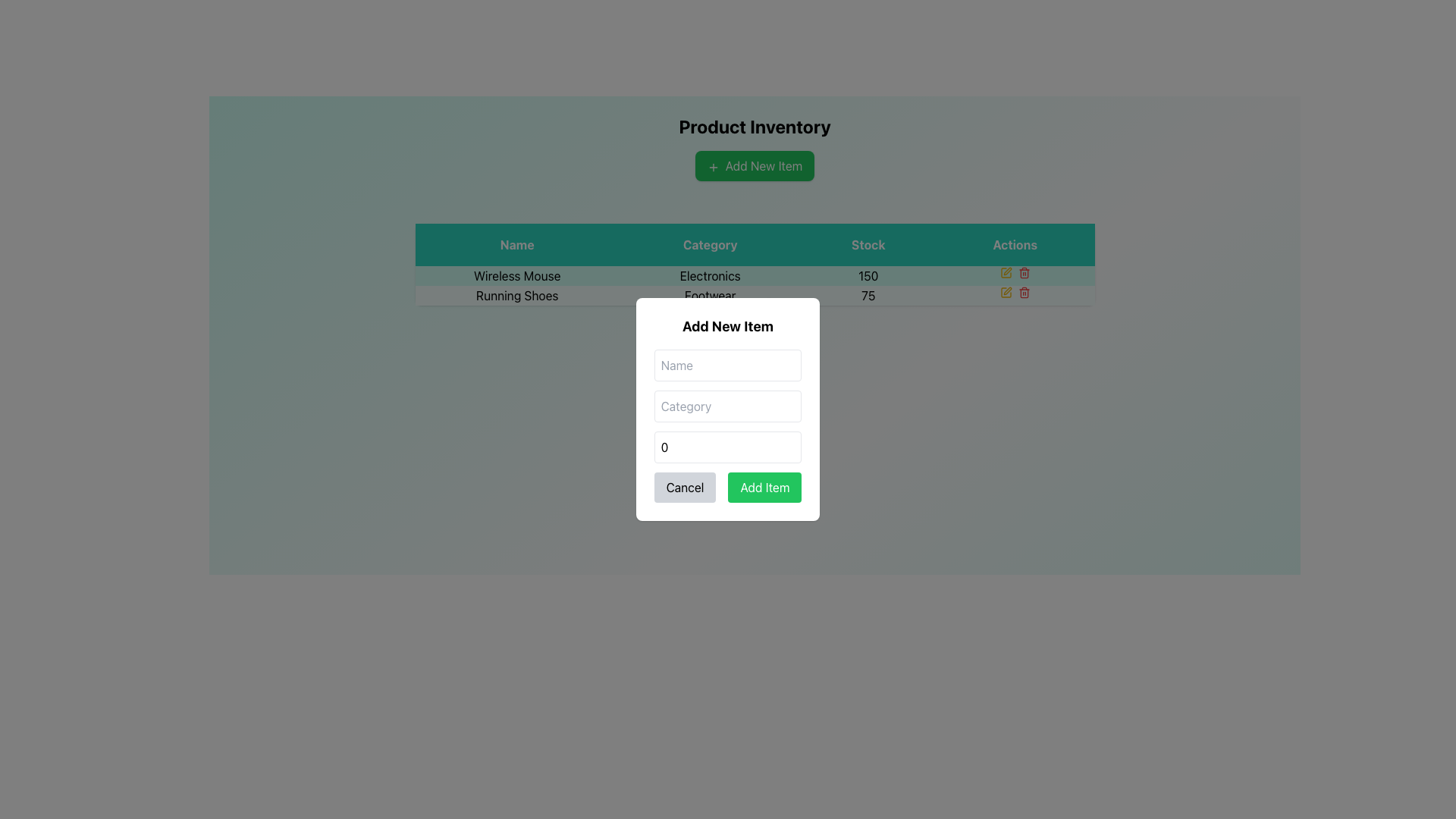  I want to click on the edit button (pen icon) in the Actions column for the first row of the data table corresponding to 'Wireless Mouse' to initiate an edit action, so click(1007, 271).